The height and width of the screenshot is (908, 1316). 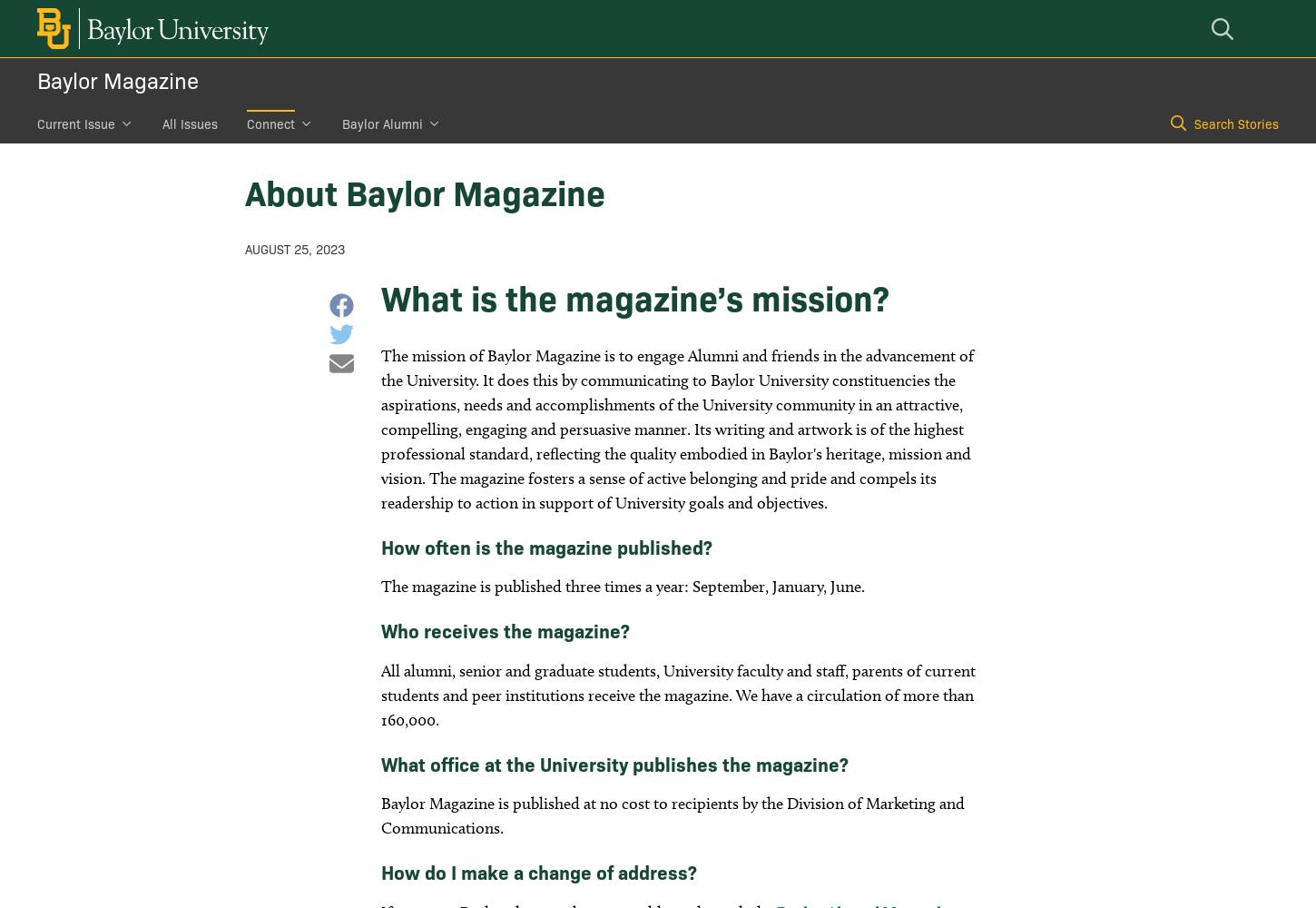 I want to click on 'Baylor Alumni', so click(x=381, y=123).